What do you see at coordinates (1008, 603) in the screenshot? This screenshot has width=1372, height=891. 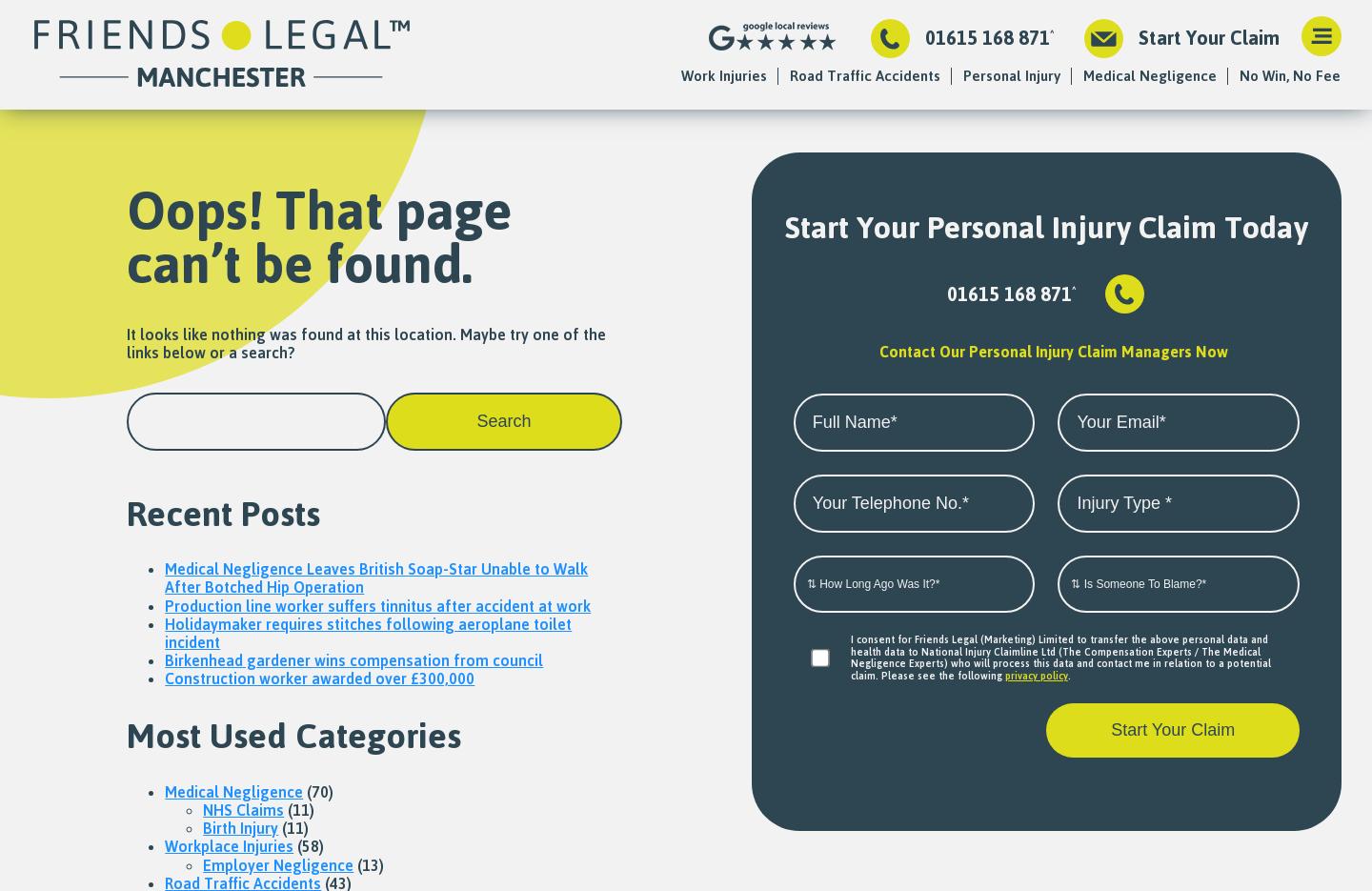 I see `'Paralysis Compensation'` at bounding box center [1008, 603].